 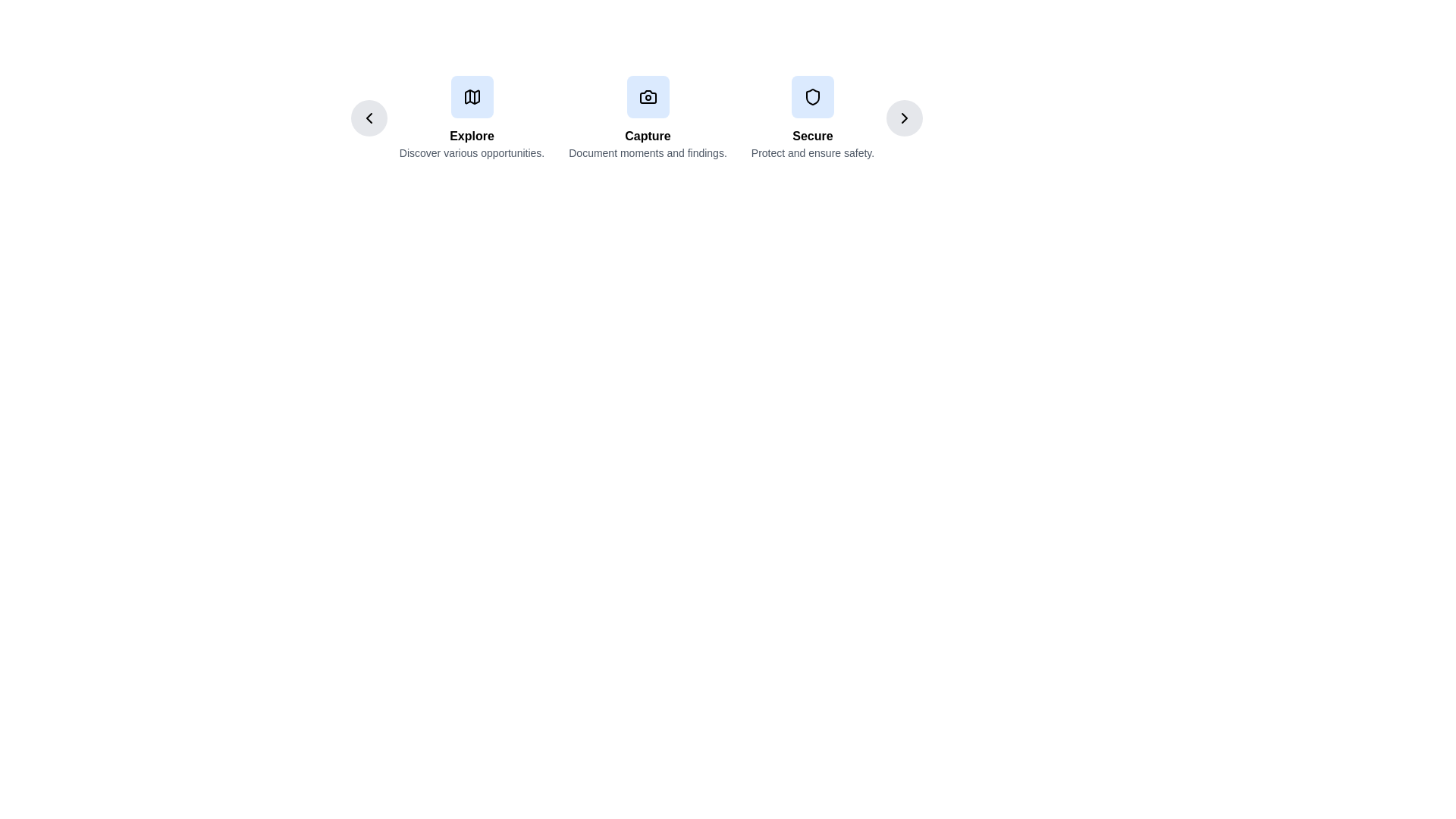 I want to click on the 'Capture' icon, which is the second item in a row of three similar items, visually representing the functionality for taking photographs or screenshots, so click(x=648, y=96).